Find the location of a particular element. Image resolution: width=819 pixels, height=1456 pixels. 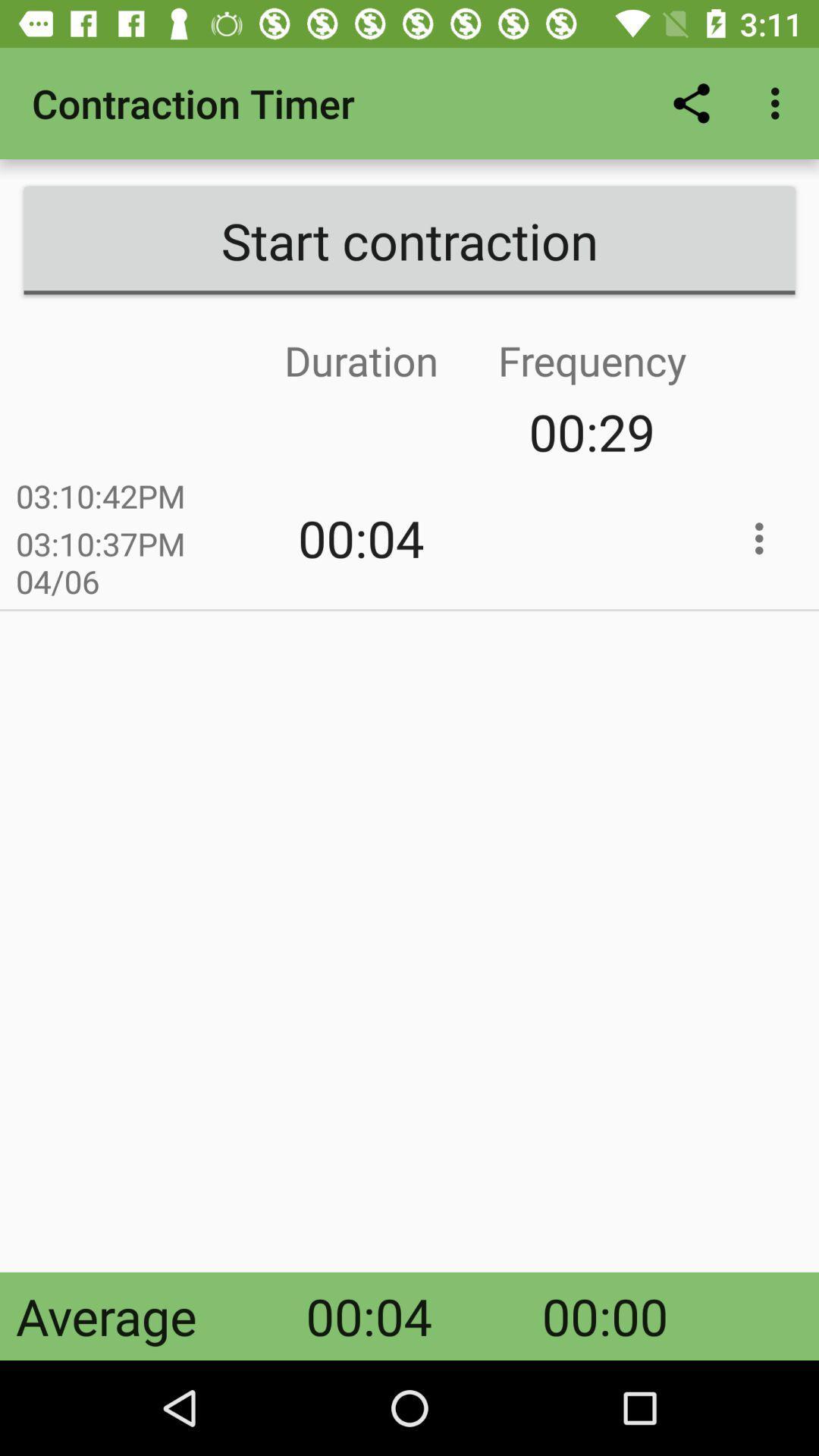

item above the 03:10:42pm app is located at coordinates (245, 431).